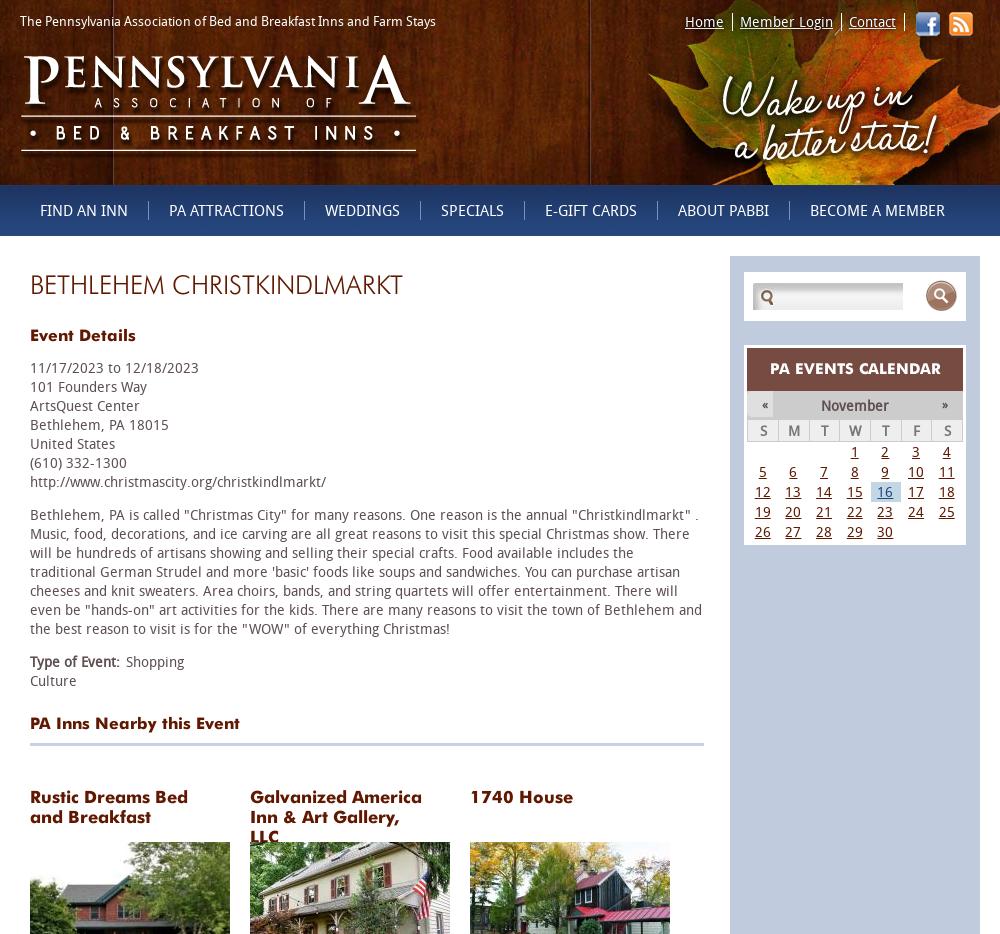 The image size is (1000, 934). I want to click on 'United States', so click(71, 443).